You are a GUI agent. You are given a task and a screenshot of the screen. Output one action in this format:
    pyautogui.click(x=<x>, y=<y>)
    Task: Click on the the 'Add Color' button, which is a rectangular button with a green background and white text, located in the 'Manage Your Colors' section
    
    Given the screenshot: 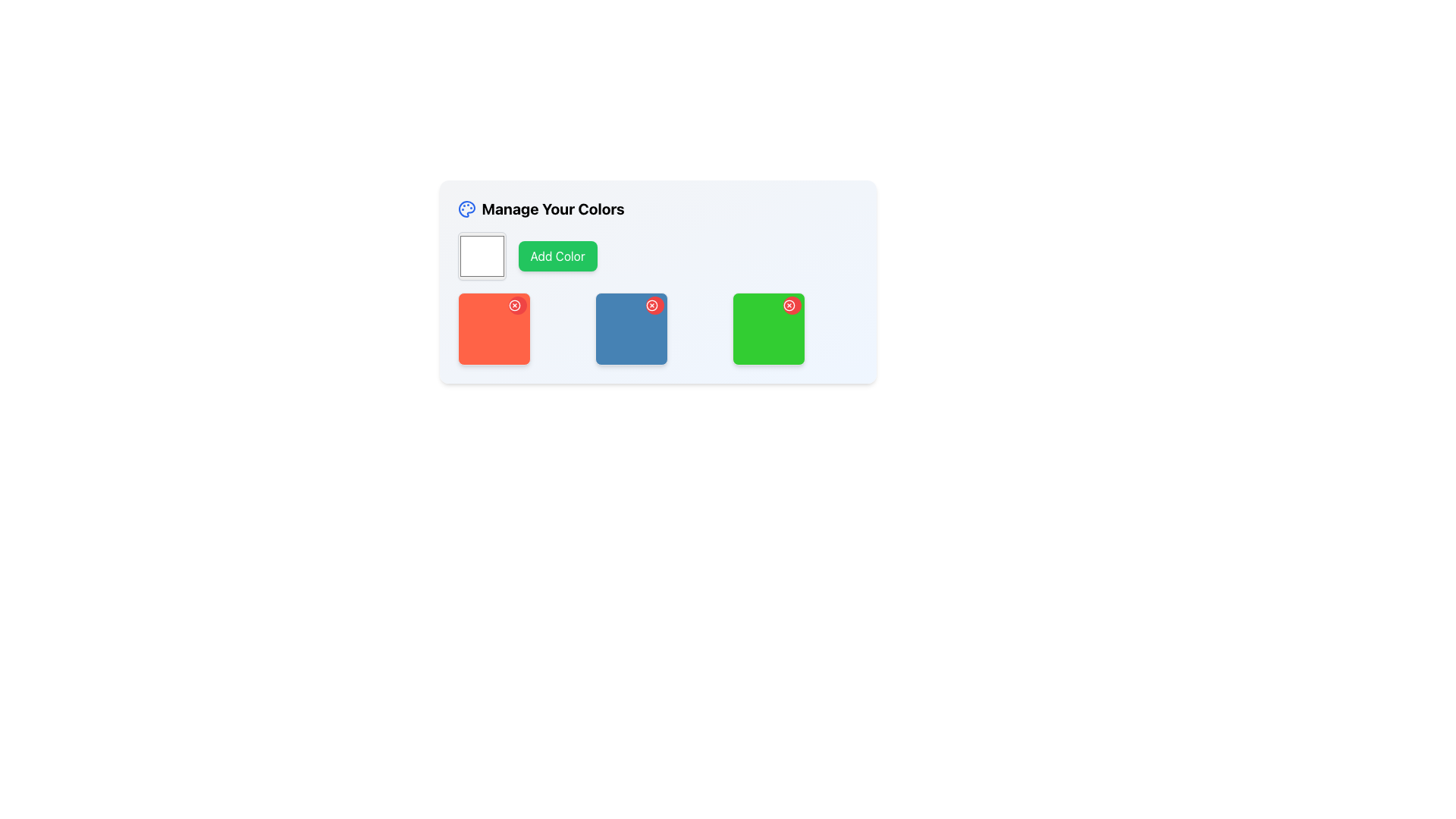 What is the action you would take?
    pyautogui.click(x=557, y=256)
    